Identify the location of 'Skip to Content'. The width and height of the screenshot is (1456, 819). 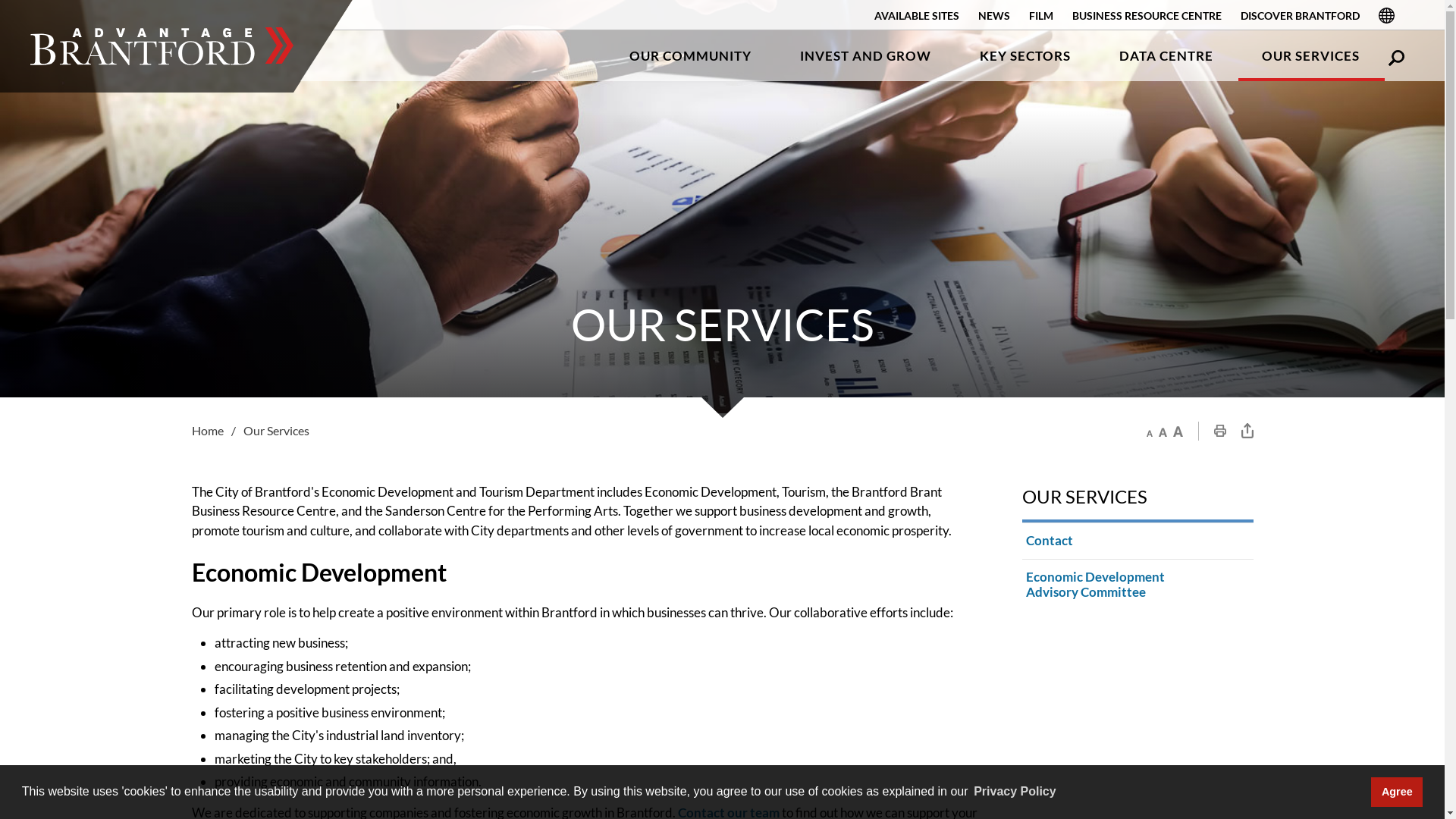
(0, 0).